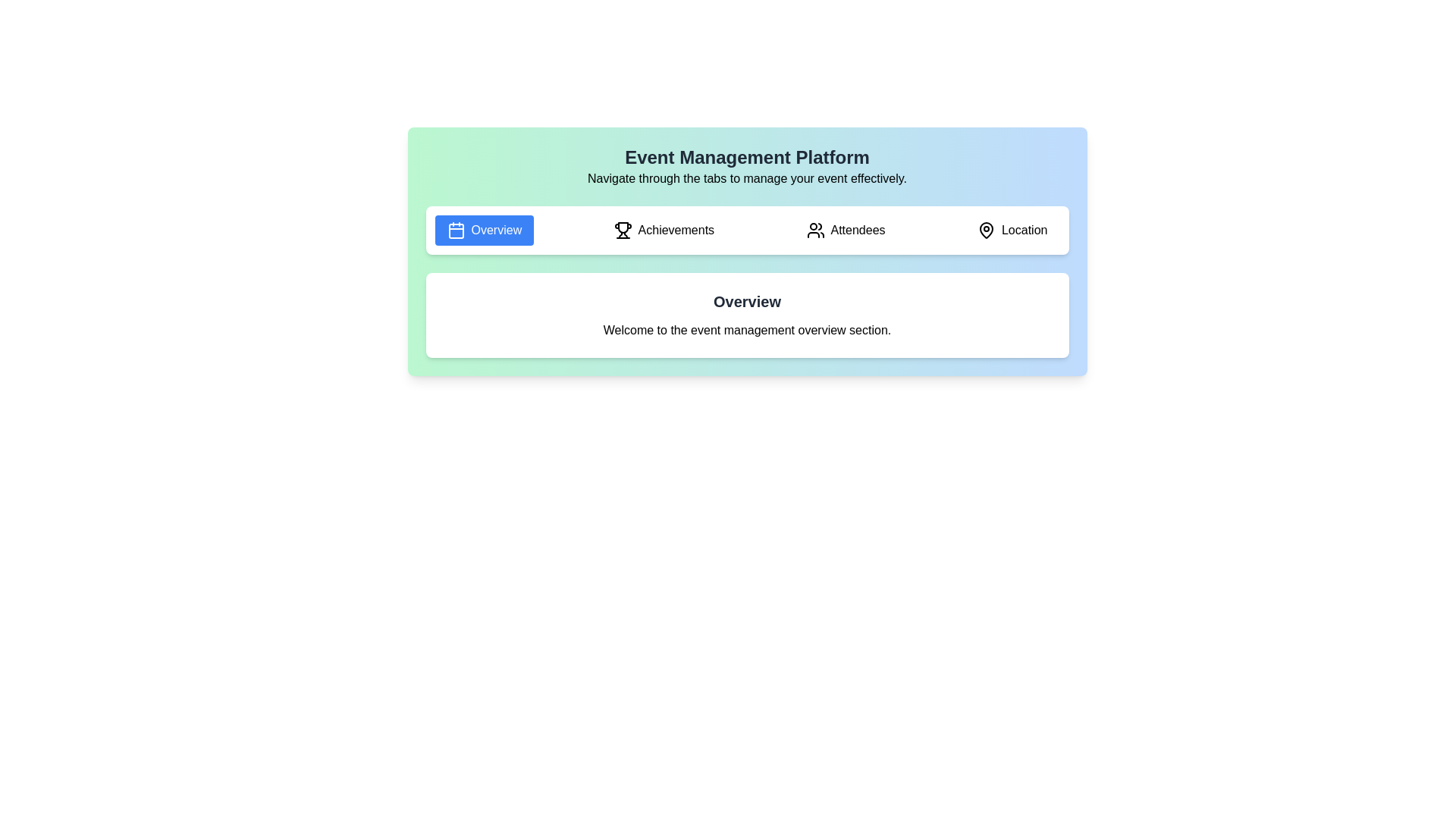  I want to click on the leftmost button in the navigation bar, so click(483, 231).